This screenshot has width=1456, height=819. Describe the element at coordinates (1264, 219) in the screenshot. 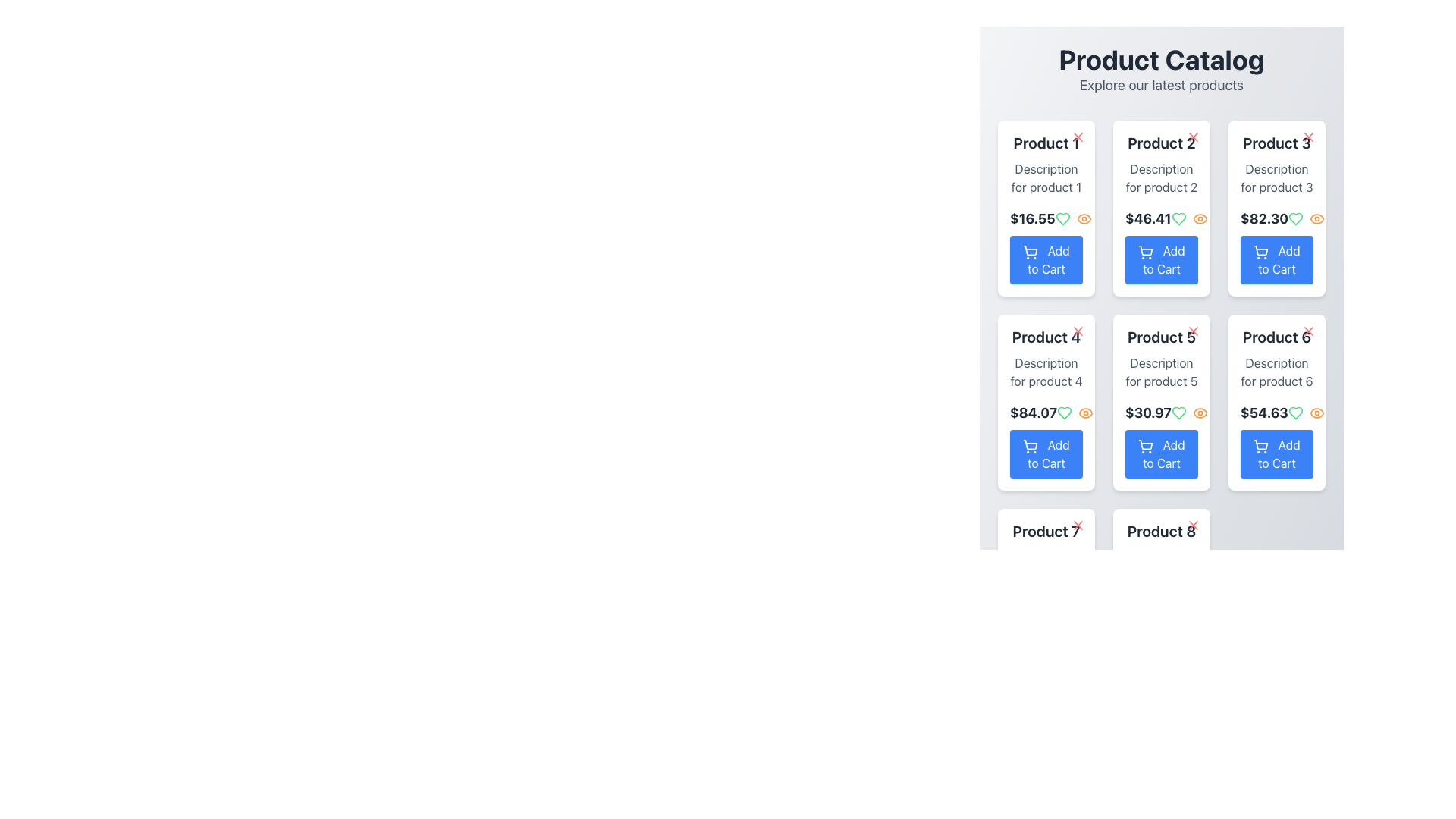

I see `the bold, large-sized text label displaying the monetary amount '$82.30' in dark gray color, which is located within the card for 'Product 3' just below the product title and description, and above the 'Add to Cart' button` at that location.